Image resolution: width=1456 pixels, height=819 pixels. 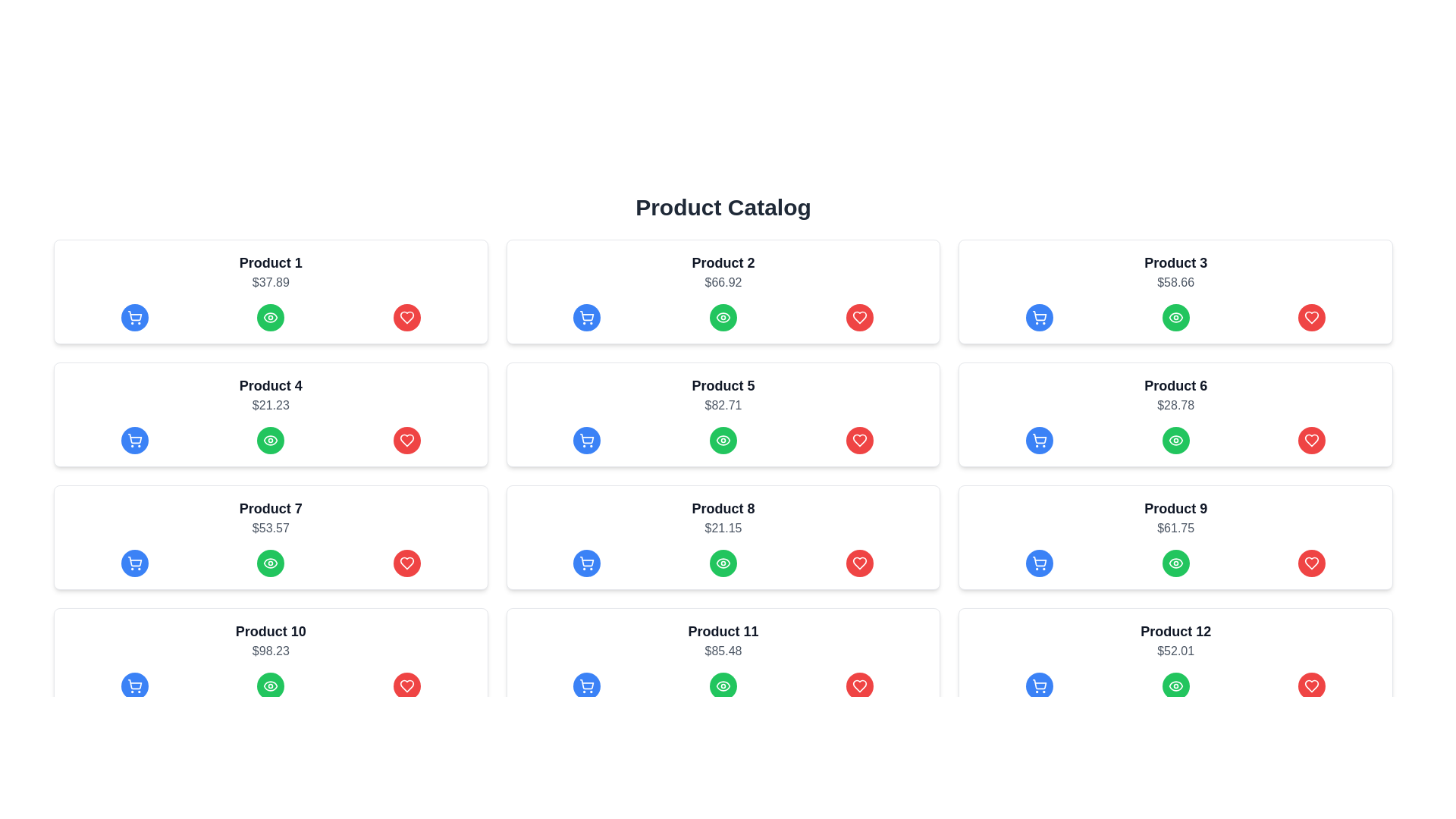 I want to click on the eye icon within the green circular button located in the card for 'Product 10', positioned above the 'heart' button and to the right of the 'cart' button, so click(x=271, y=563).